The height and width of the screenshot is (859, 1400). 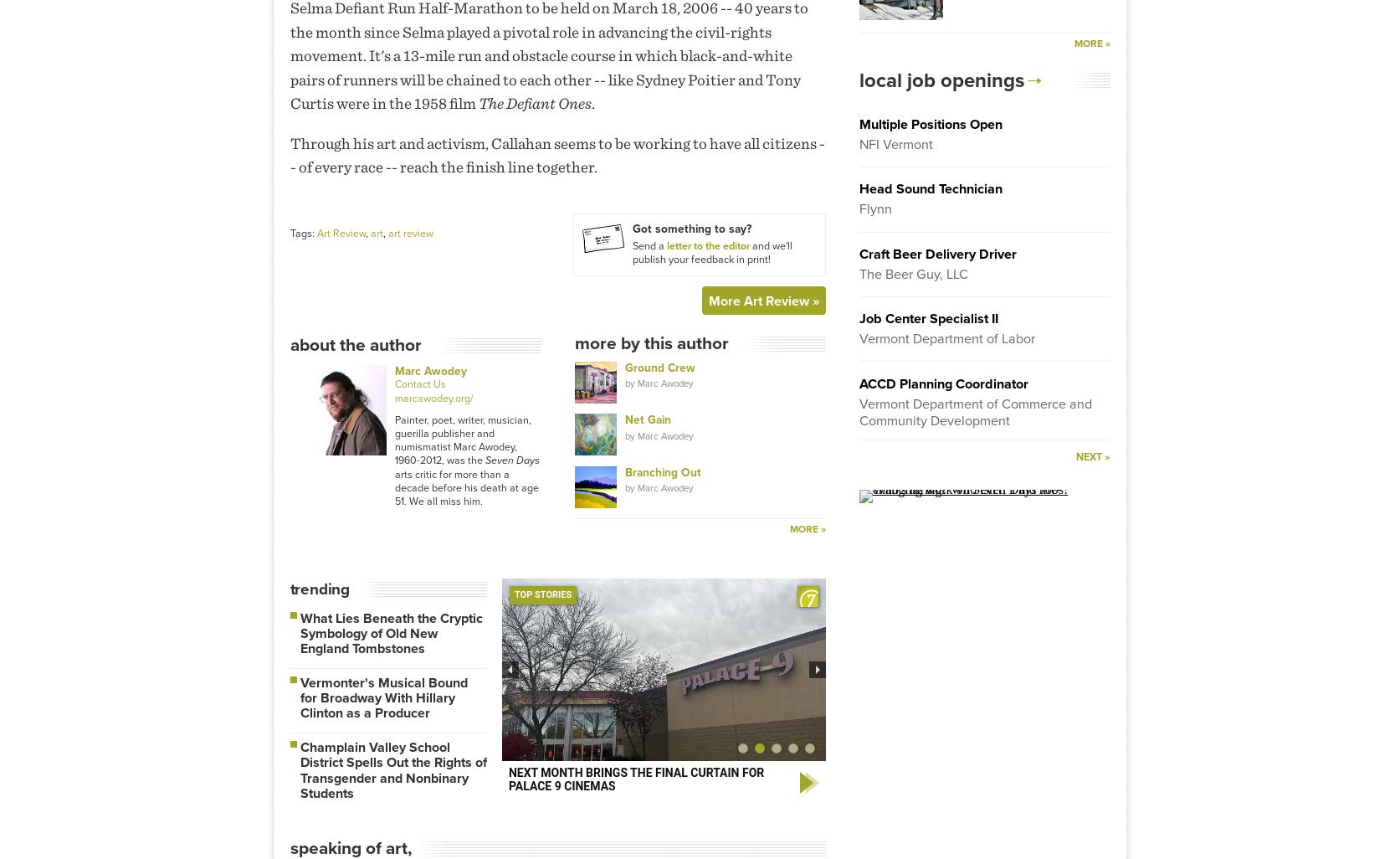 What do you see at coordinates (392, 384) in the screenshot?
I see `'Contact Us'` at bounding box center [392, 384].